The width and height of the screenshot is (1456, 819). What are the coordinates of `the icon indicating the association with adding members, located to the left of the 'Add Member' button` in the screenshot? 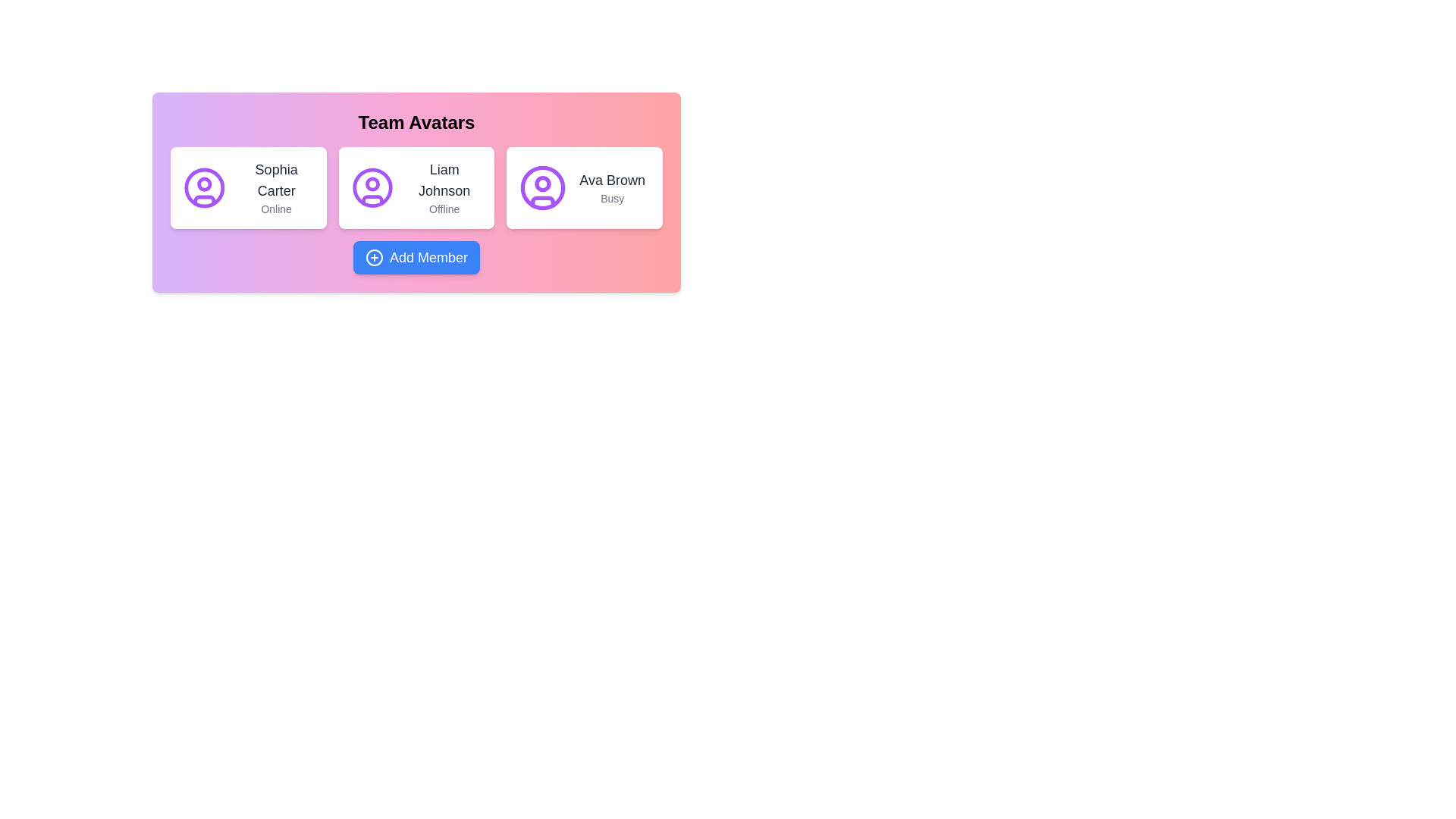 It's located at (375, 256).